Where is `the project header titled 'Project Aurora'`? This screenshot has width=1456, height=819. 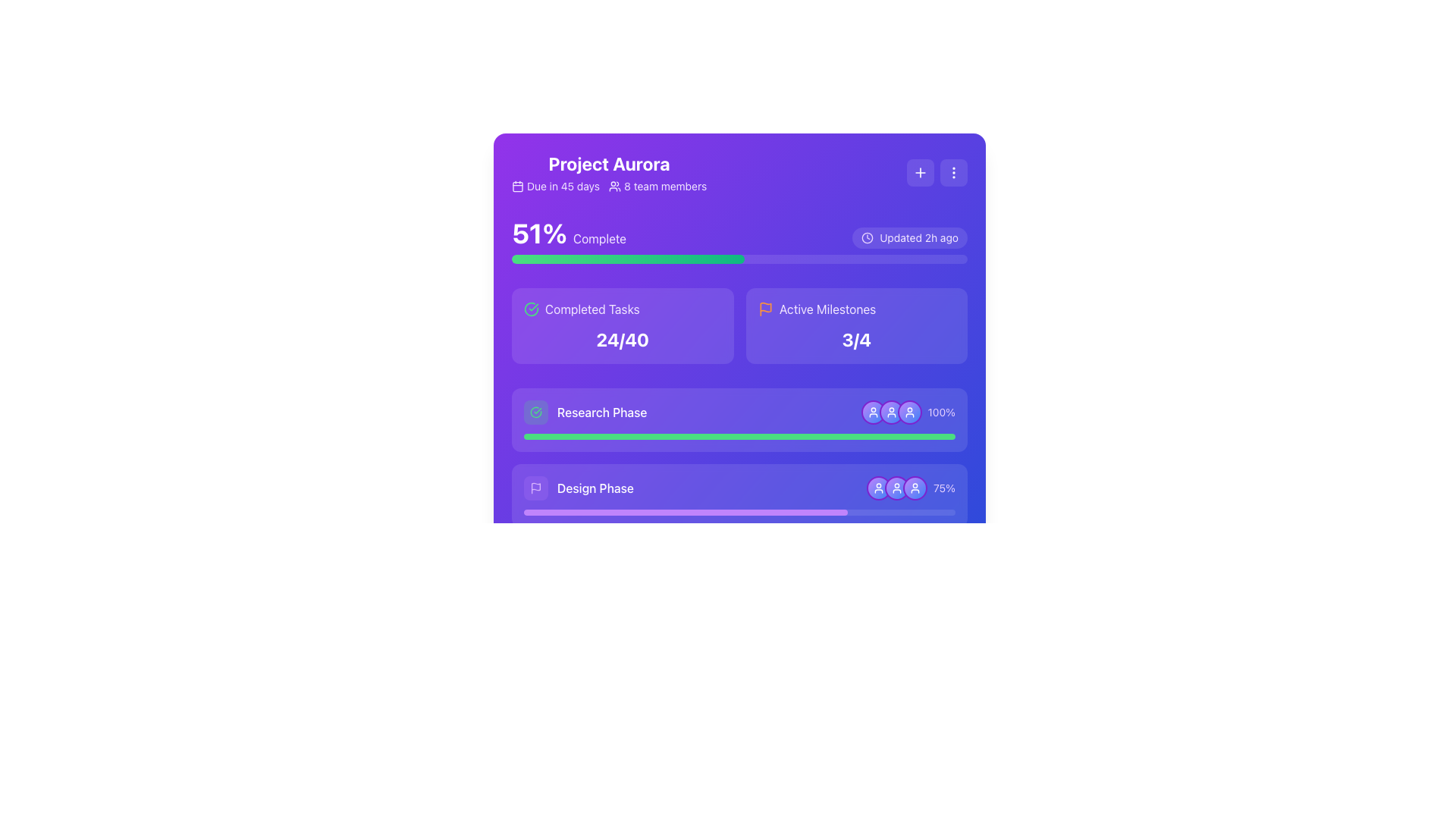
the project header titled 'Project Aurora' is located at coordinates (609, 171).